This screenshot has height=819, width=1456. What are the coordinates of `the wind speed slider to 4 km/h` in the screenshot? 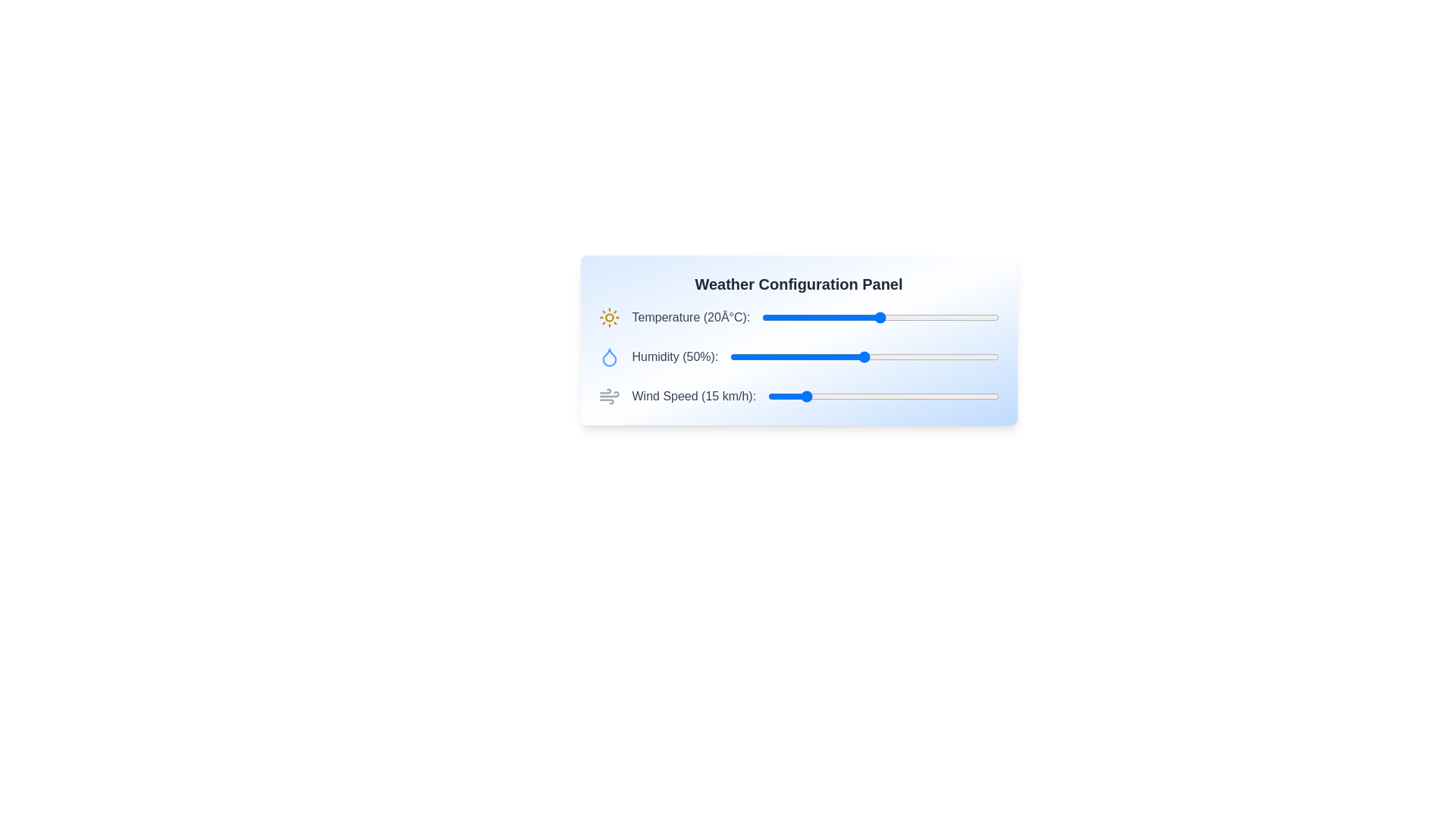 It's located at (777, 396).